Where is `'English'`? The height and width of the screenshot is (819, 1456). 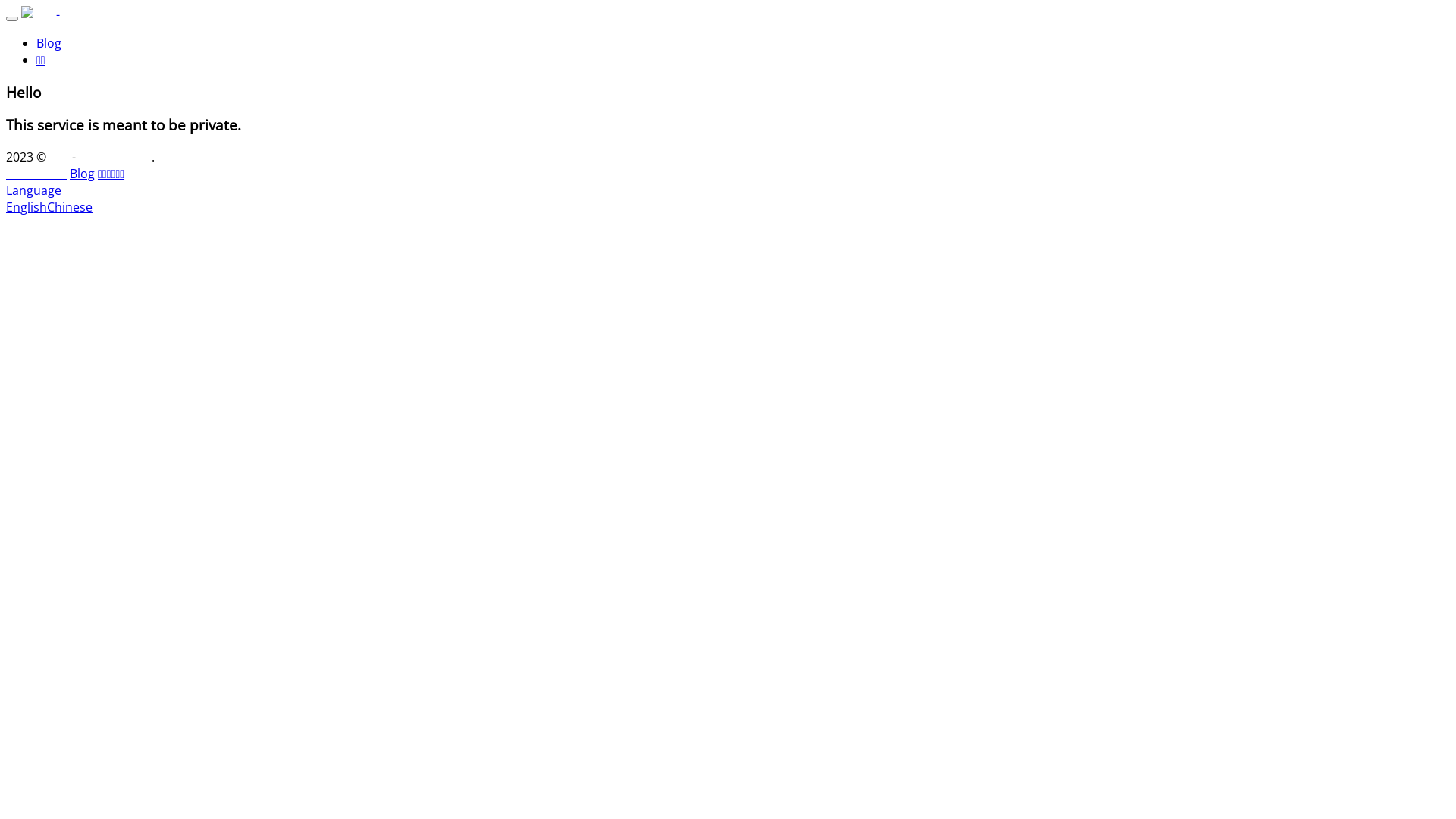 'English' is located at coordinates (26, 207).